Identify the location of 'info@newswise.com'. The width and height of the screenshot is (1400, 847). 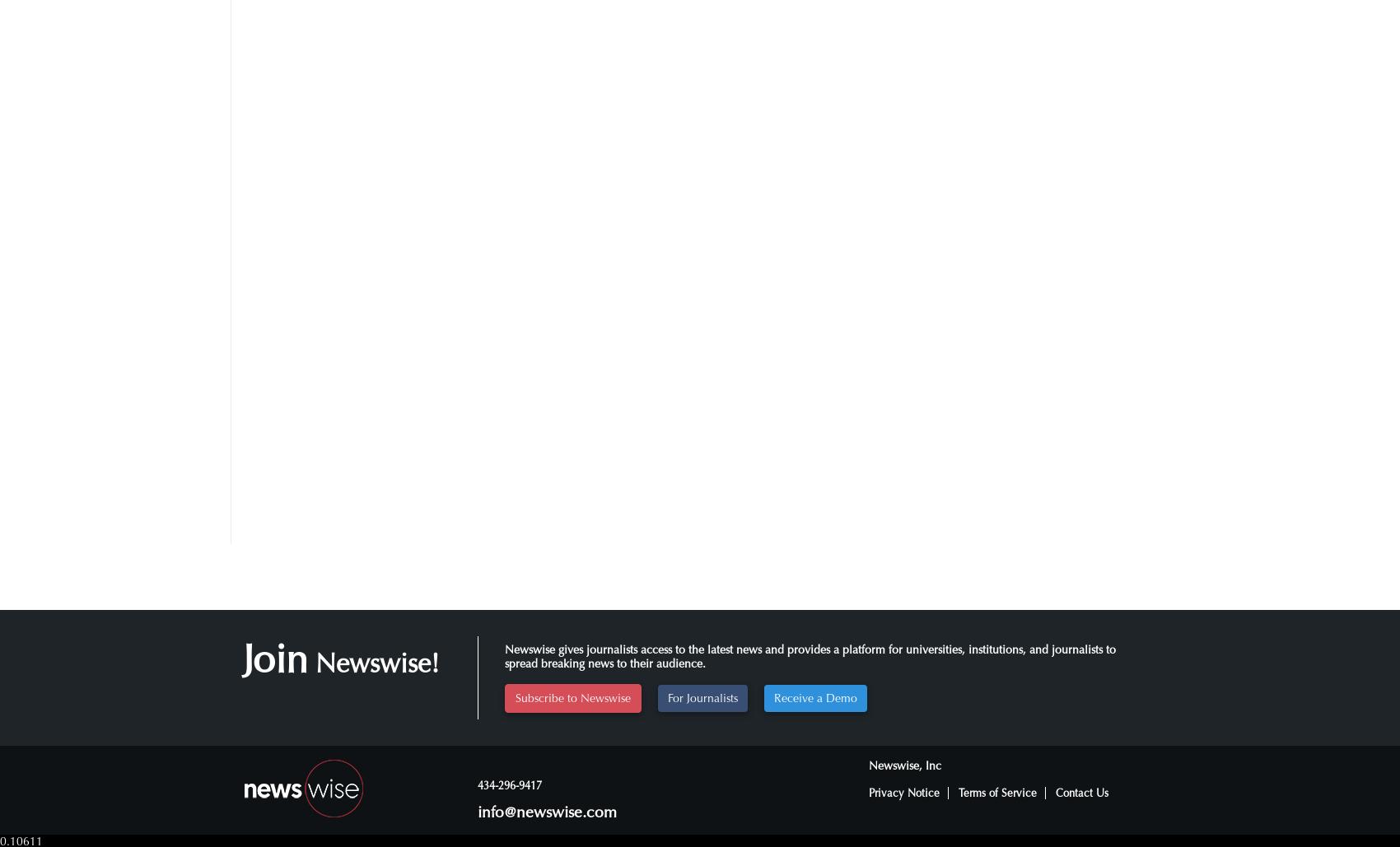
(547, 810).